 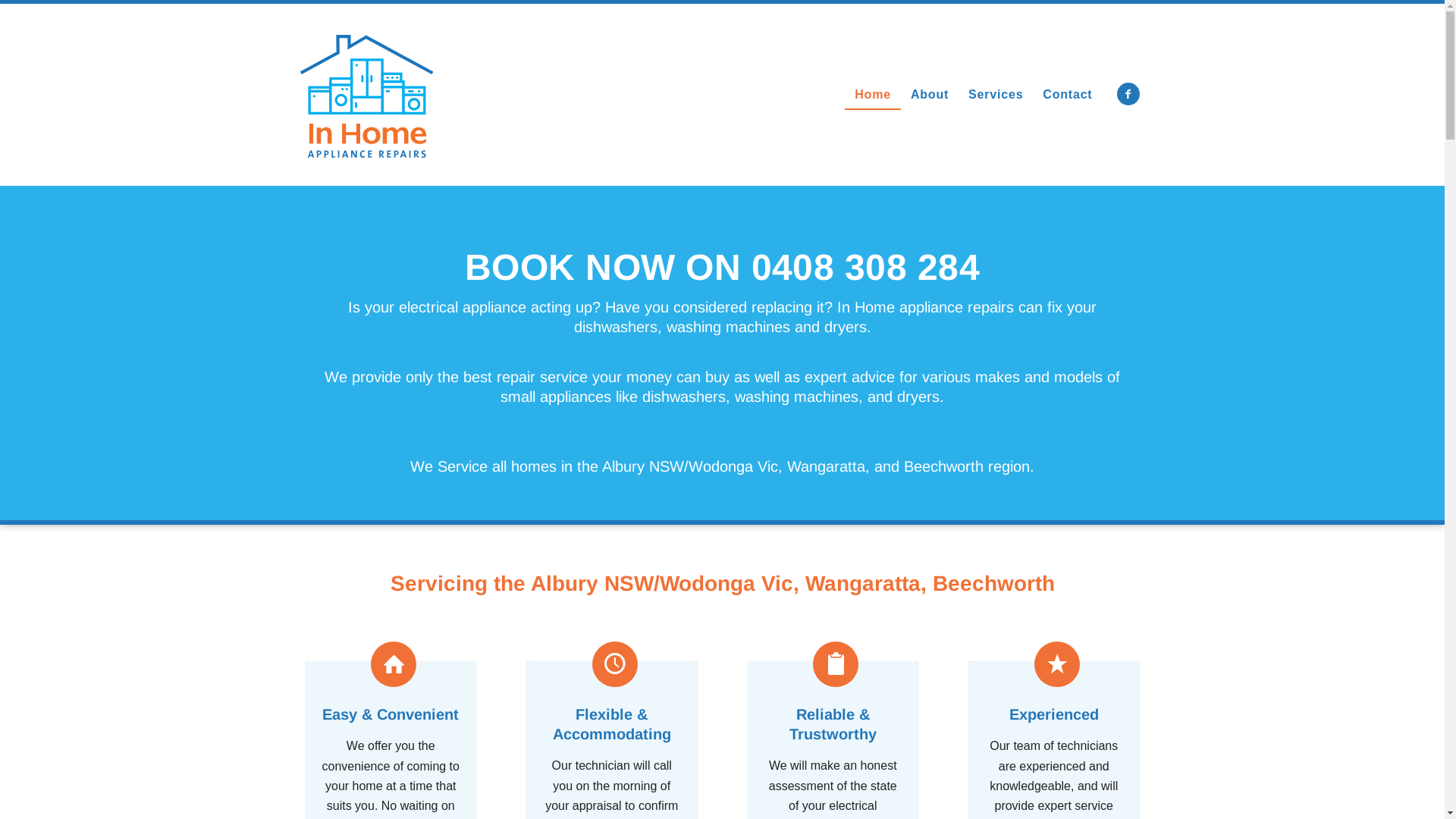 What do you see at coordinates (1066, 94) in the screenshot?
I see `'Contact'` at bounding box center [1066, 94].